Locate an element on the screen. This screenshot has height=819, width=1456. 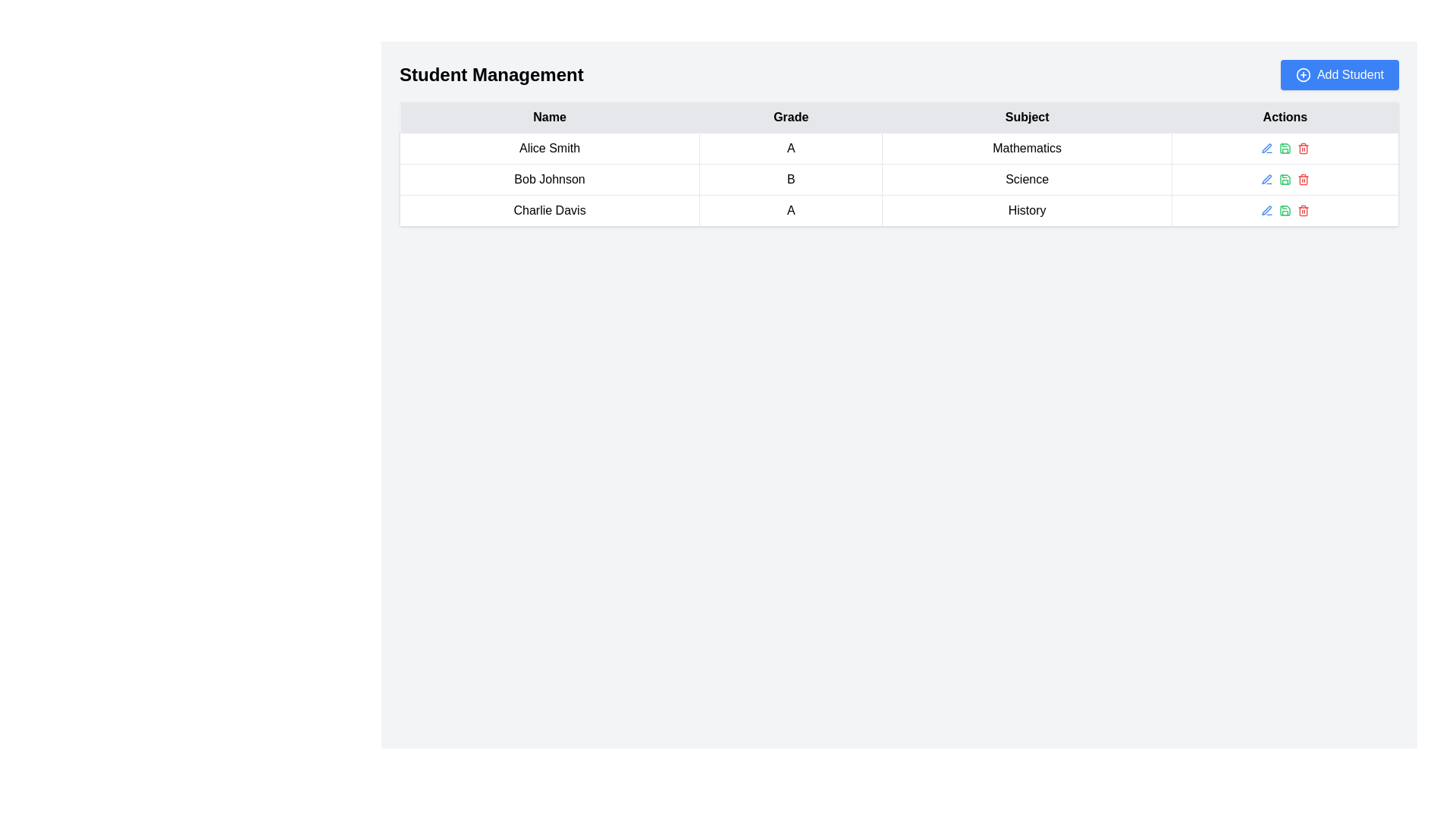
the trash bin icon button located in the 'Actions' column of the last row associated with 'Charlie Davis' is located at coordinates (1302, 180).